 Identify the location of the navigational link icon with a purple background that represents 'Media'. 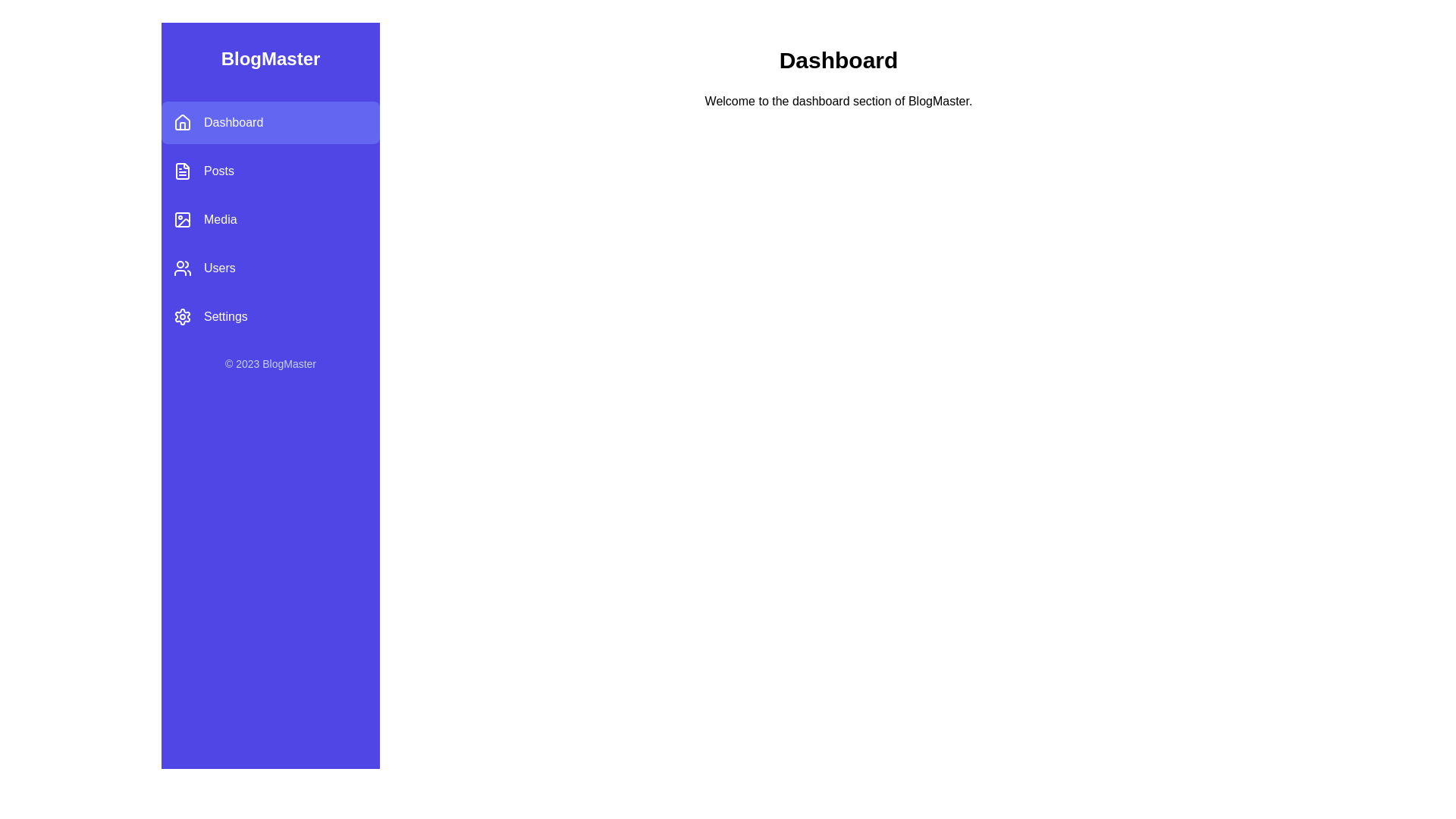
(182, 219).